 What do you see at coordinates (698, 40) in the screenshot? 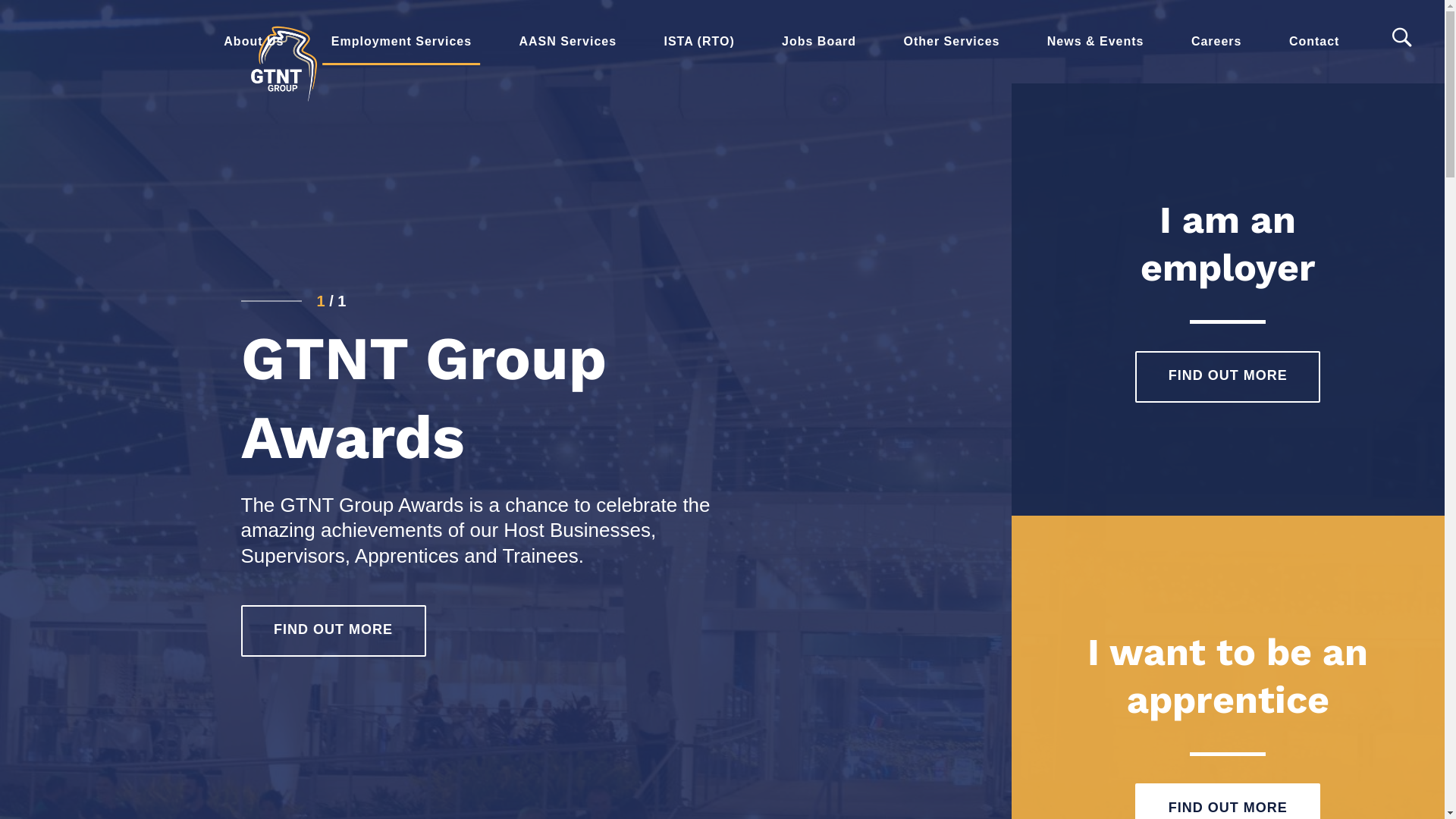
I see `'ISTA (RTO)'` at bounding box center [698, 40].